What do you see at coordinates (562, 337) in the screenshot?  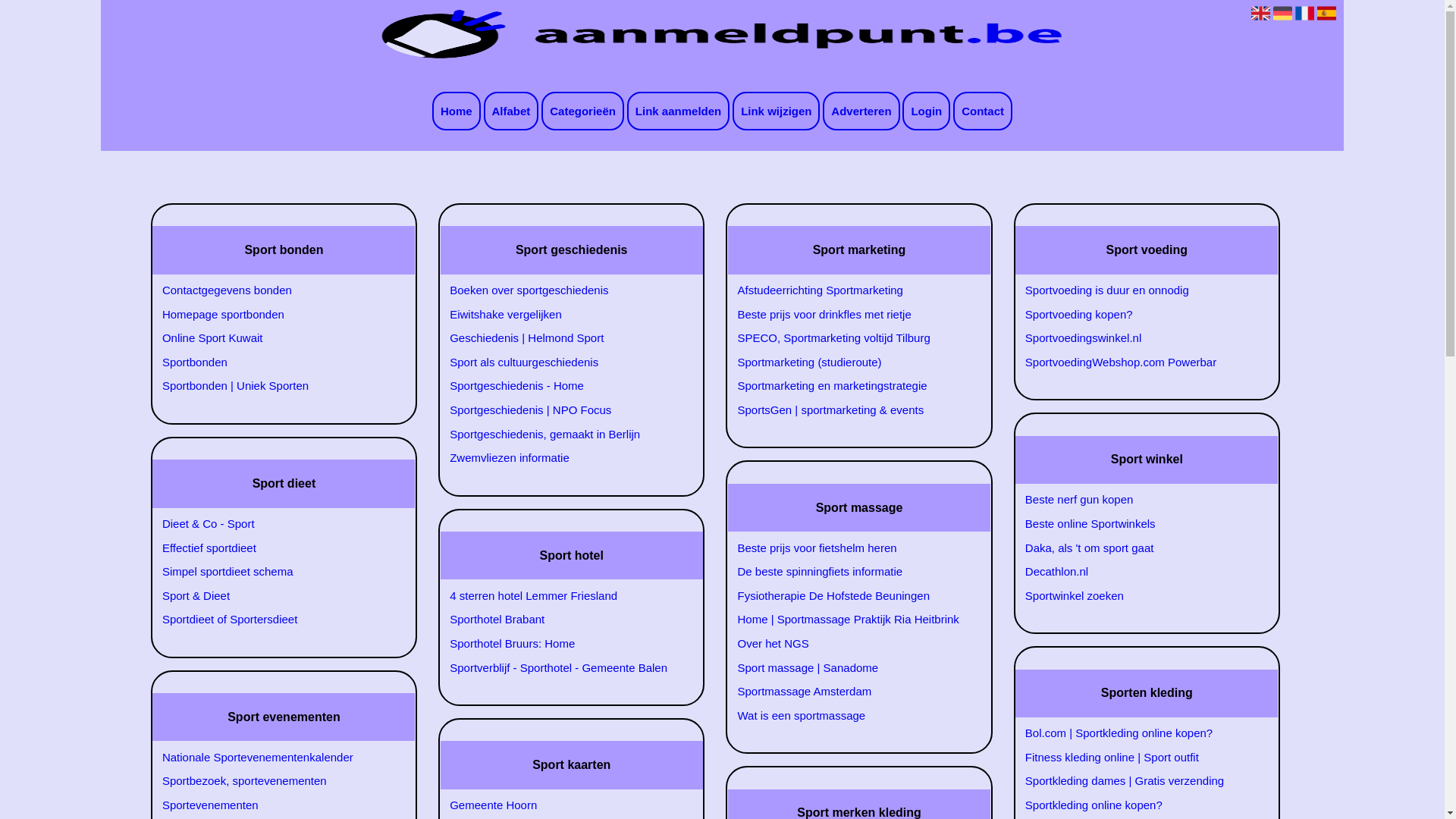 I see `'Geschiedenis | Helmond Sport'` at bounding box center [562, 337].